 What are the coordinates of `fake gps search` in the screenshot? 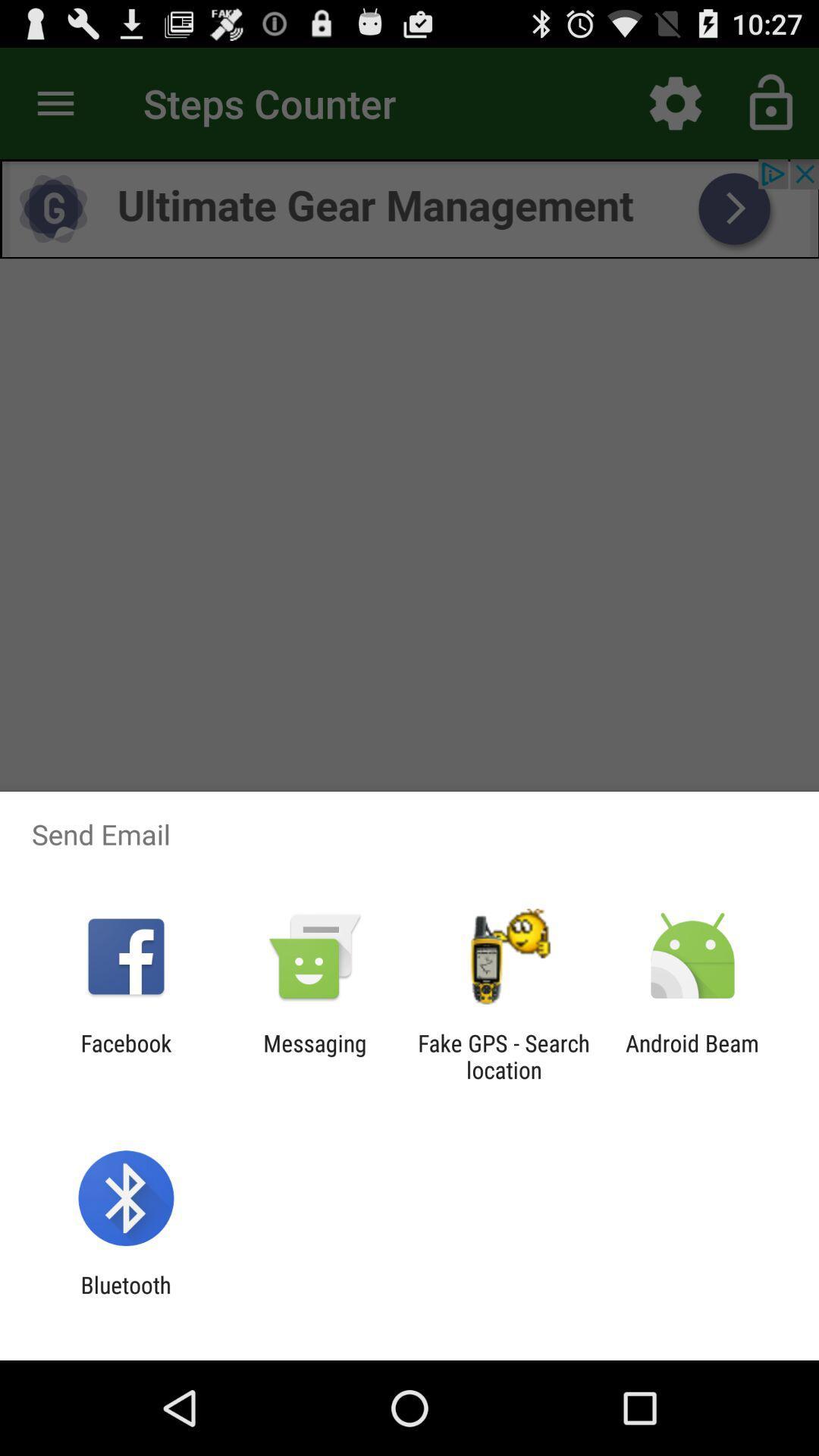 It's located at (504, 1056).